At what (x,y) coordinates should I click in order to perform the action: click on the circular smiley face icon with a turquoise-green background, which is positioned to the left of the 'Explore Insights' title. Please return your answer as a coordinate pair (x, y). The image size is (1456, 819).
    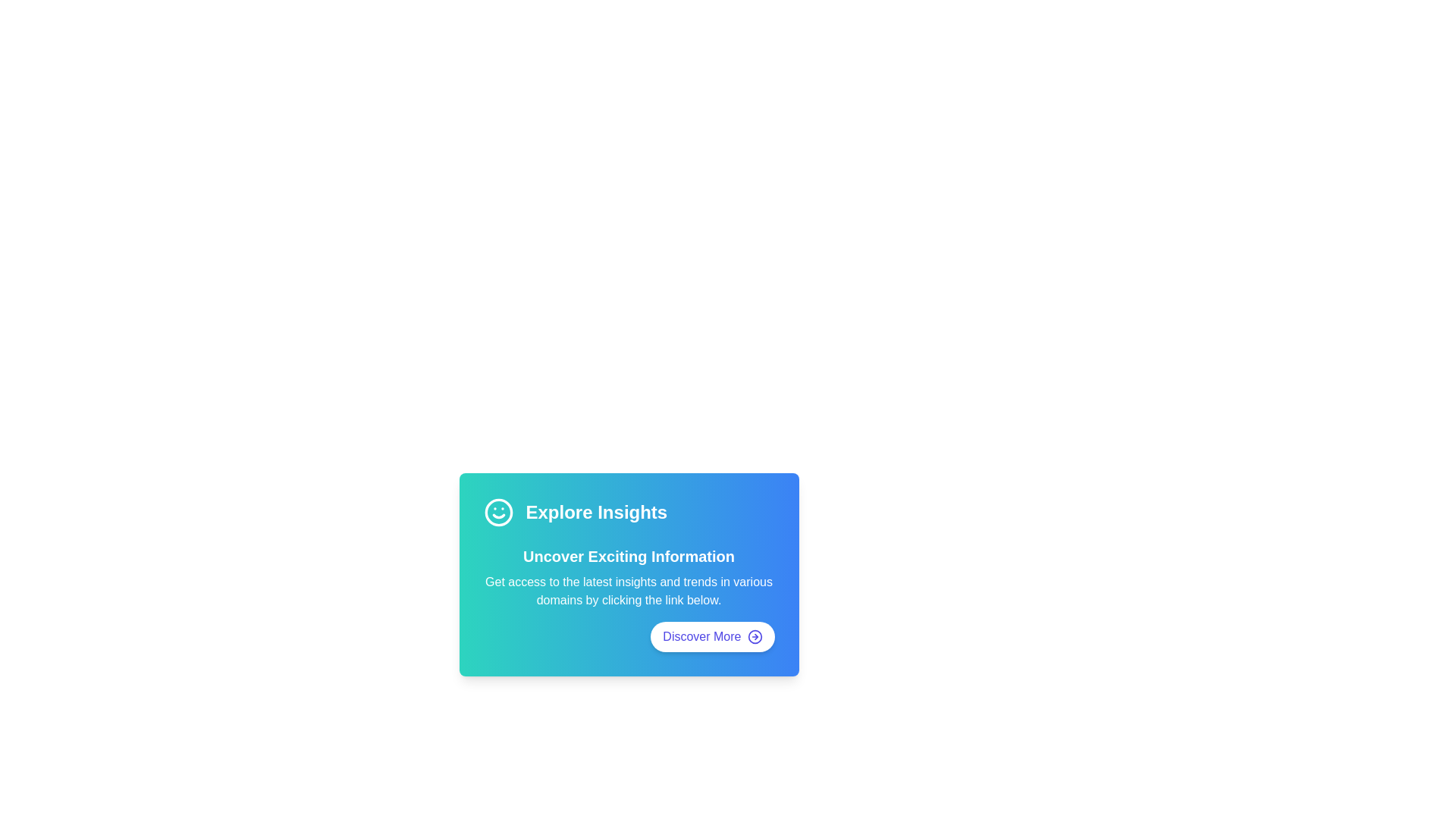
    Looking at the image, I should click on (498, 512).